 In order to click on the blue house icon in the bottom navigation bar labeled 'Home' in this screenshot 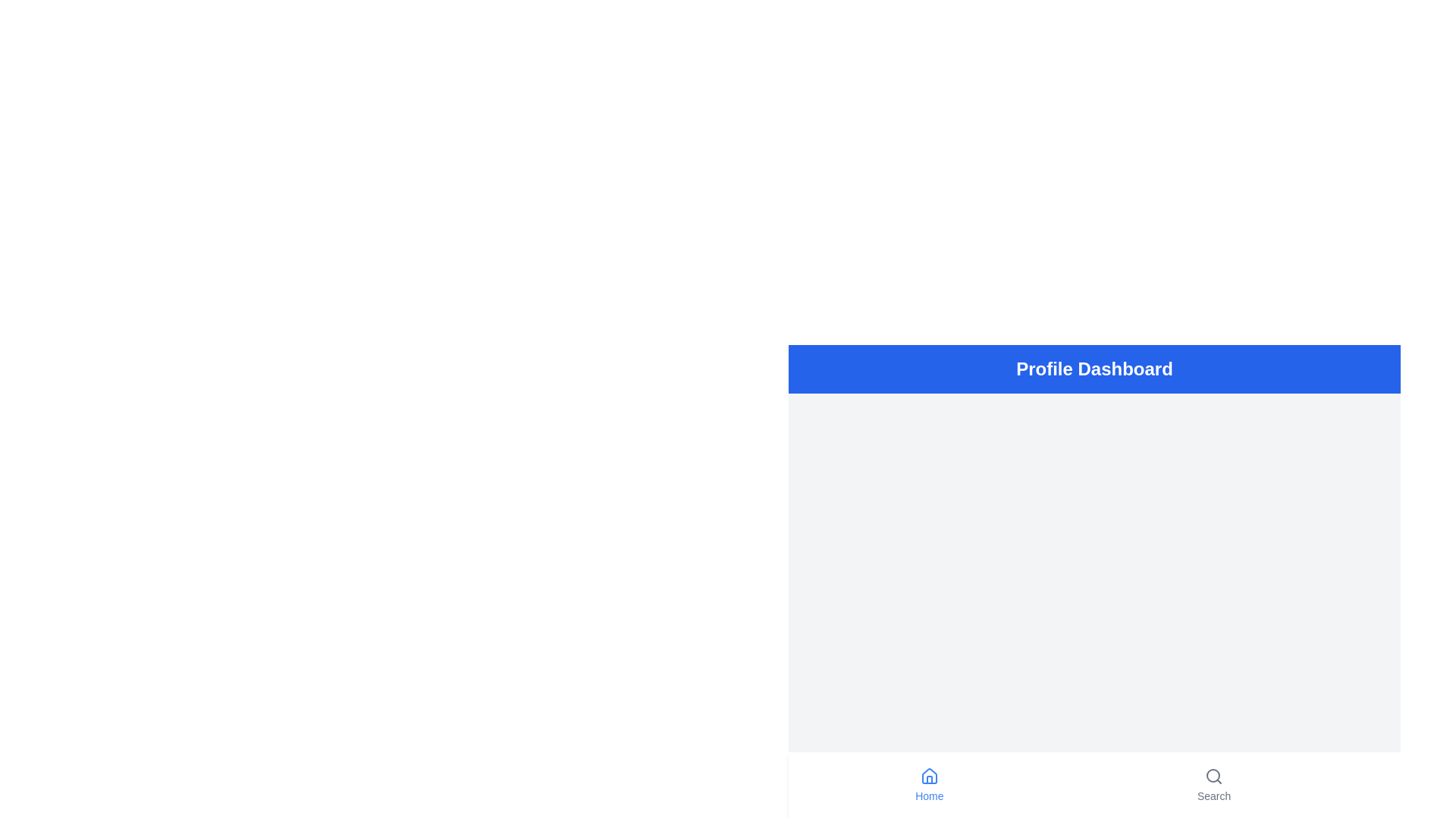, I will do `click(928, 776)`.